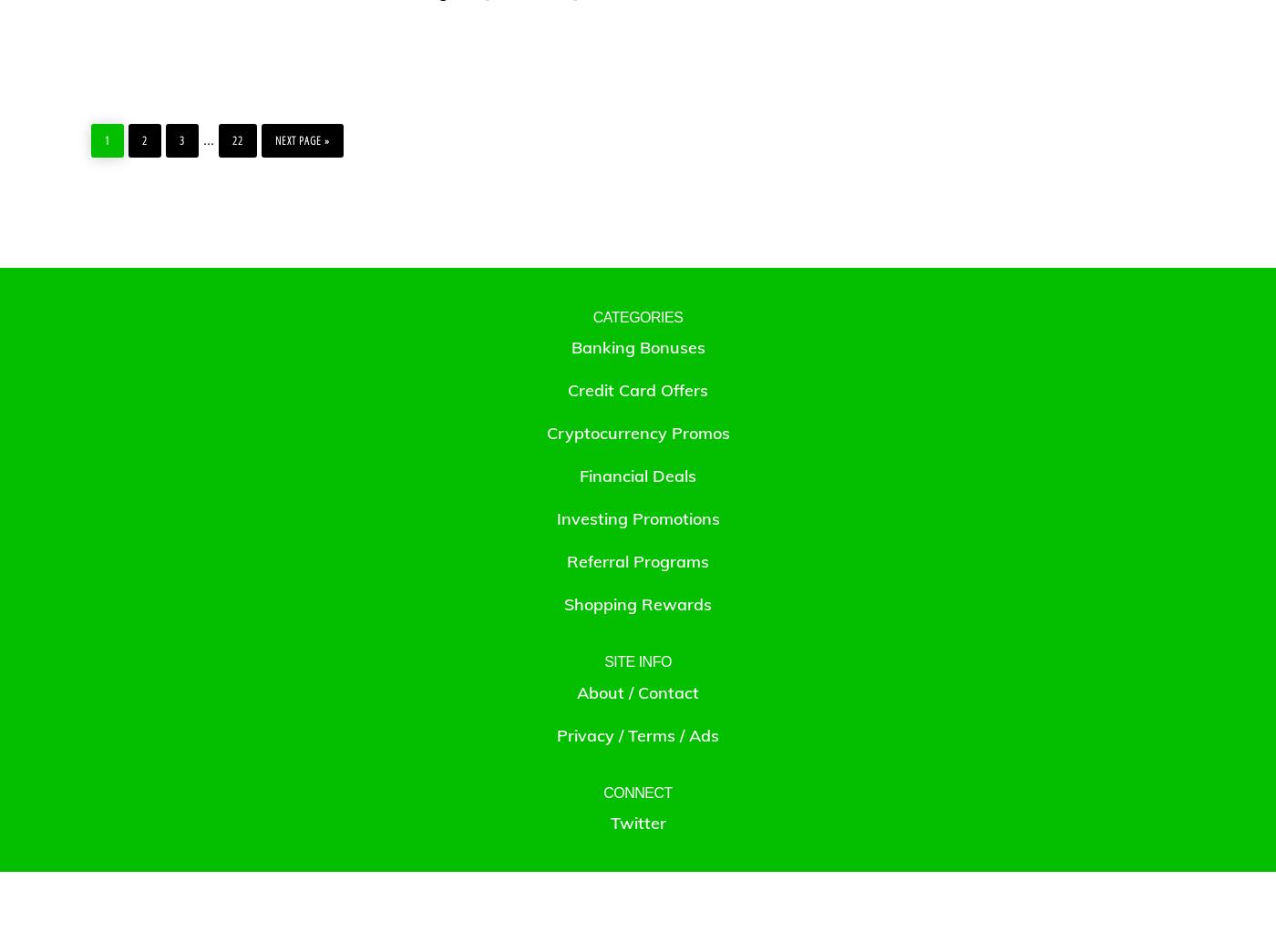 This screenshot has width=1276, height=952. Describe the element at coordinates (556, 734) in the screenshot. I see `'Privacy / Terms / Ads'` at that location.